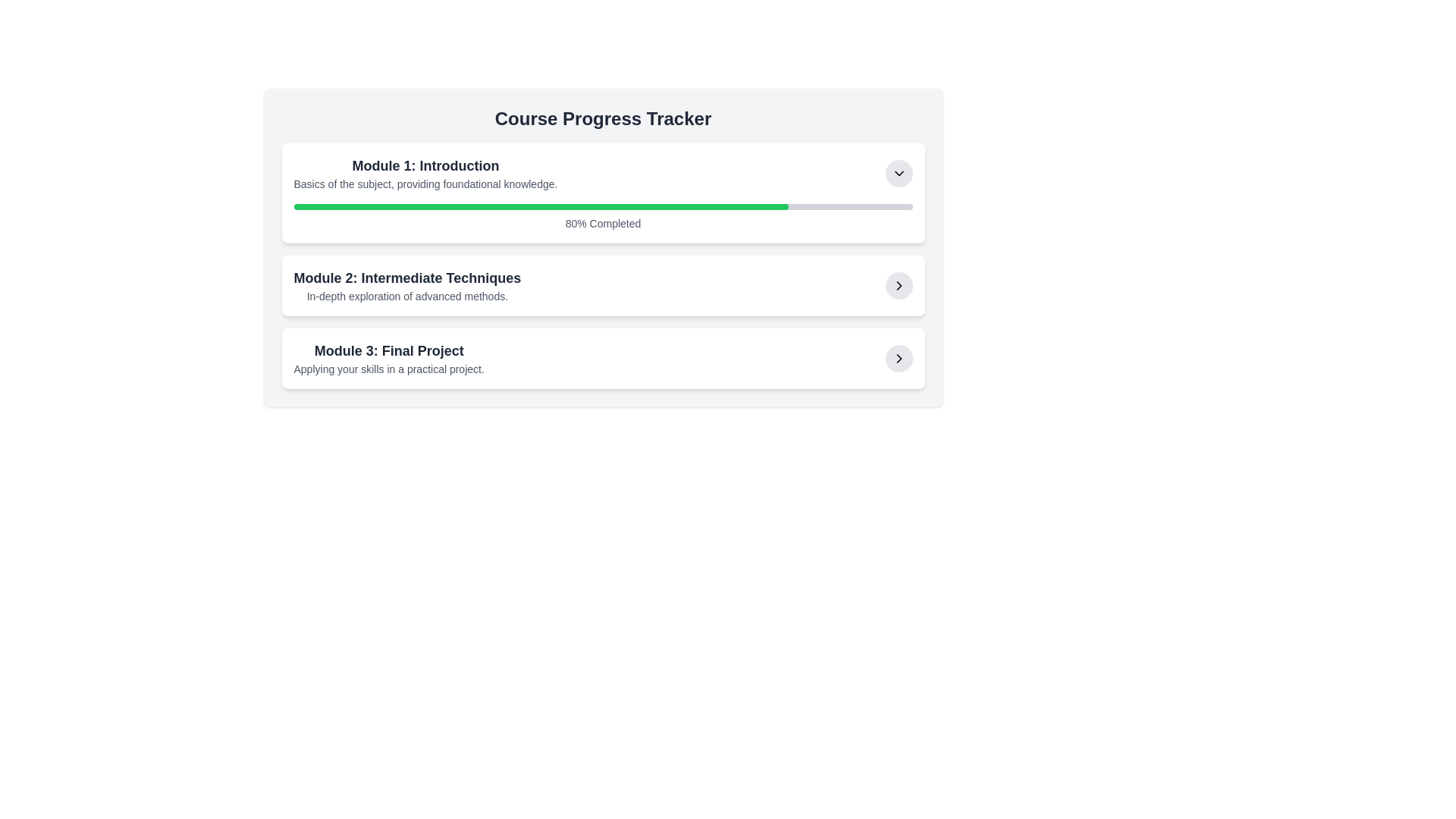  I want to click on the chevron icon pointing right located at the far-right of the second module entry, so click(899, 286).